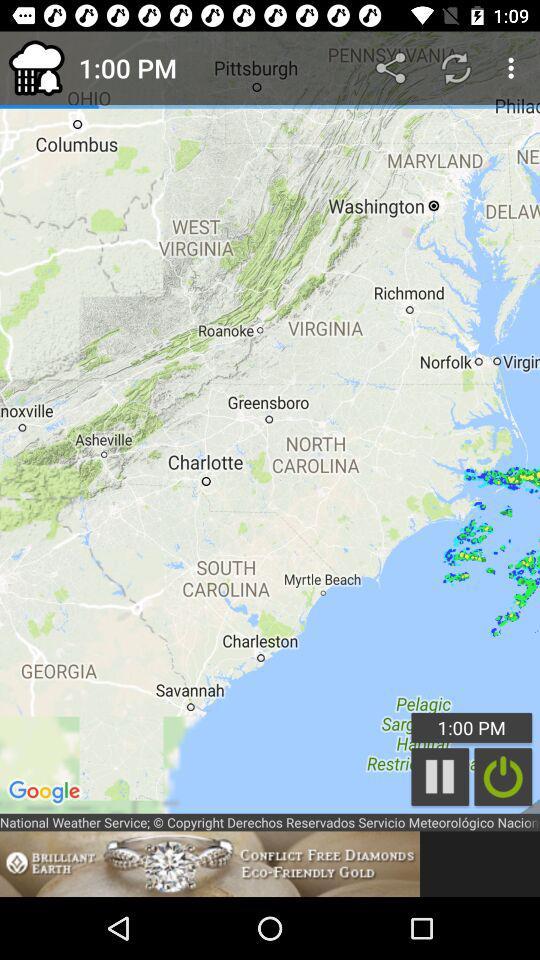  I want to click on play, so click(440, 776).